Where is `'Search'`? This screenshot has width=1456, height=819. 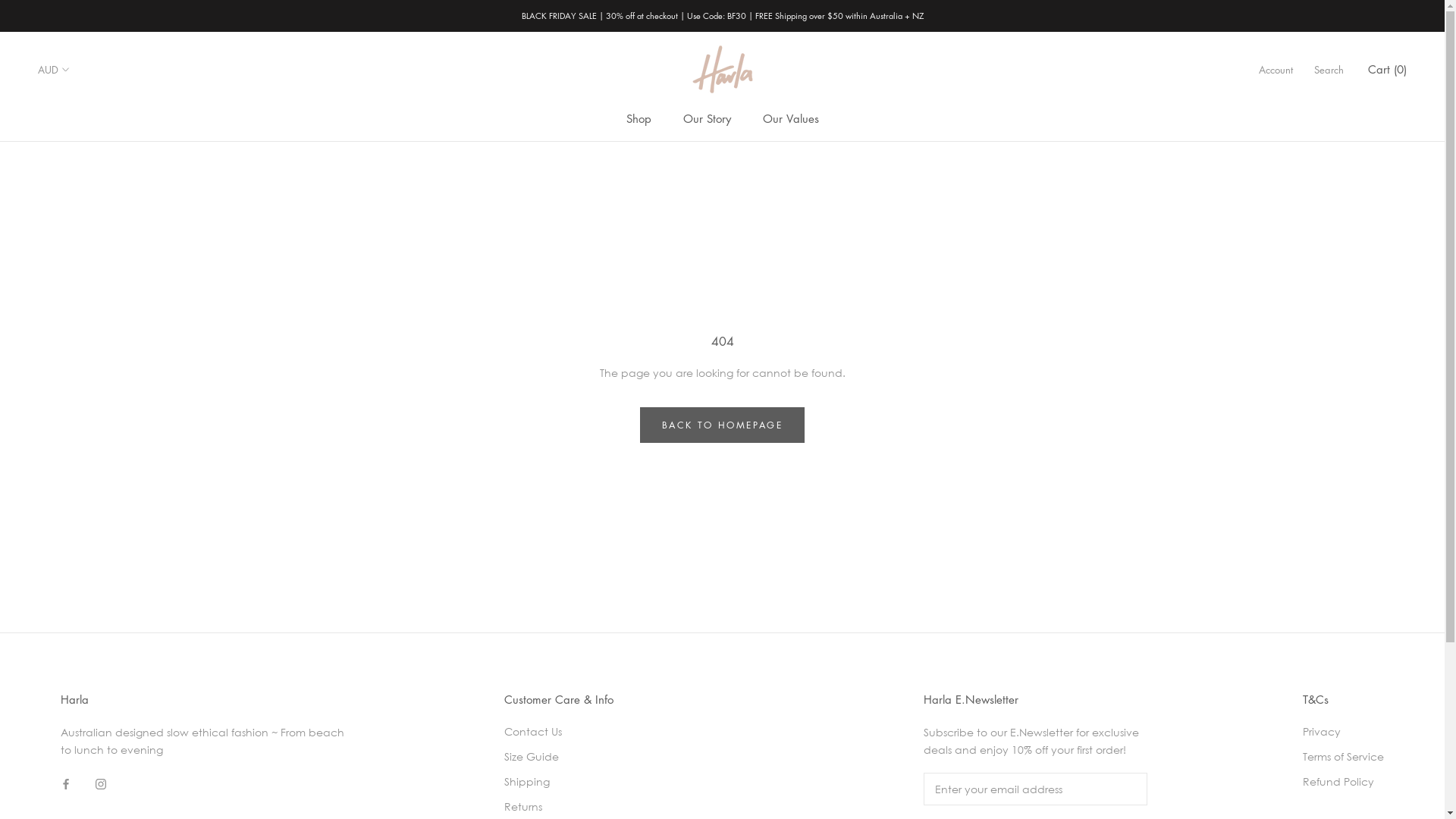 'Search' is located at coordinates (1328, 69).